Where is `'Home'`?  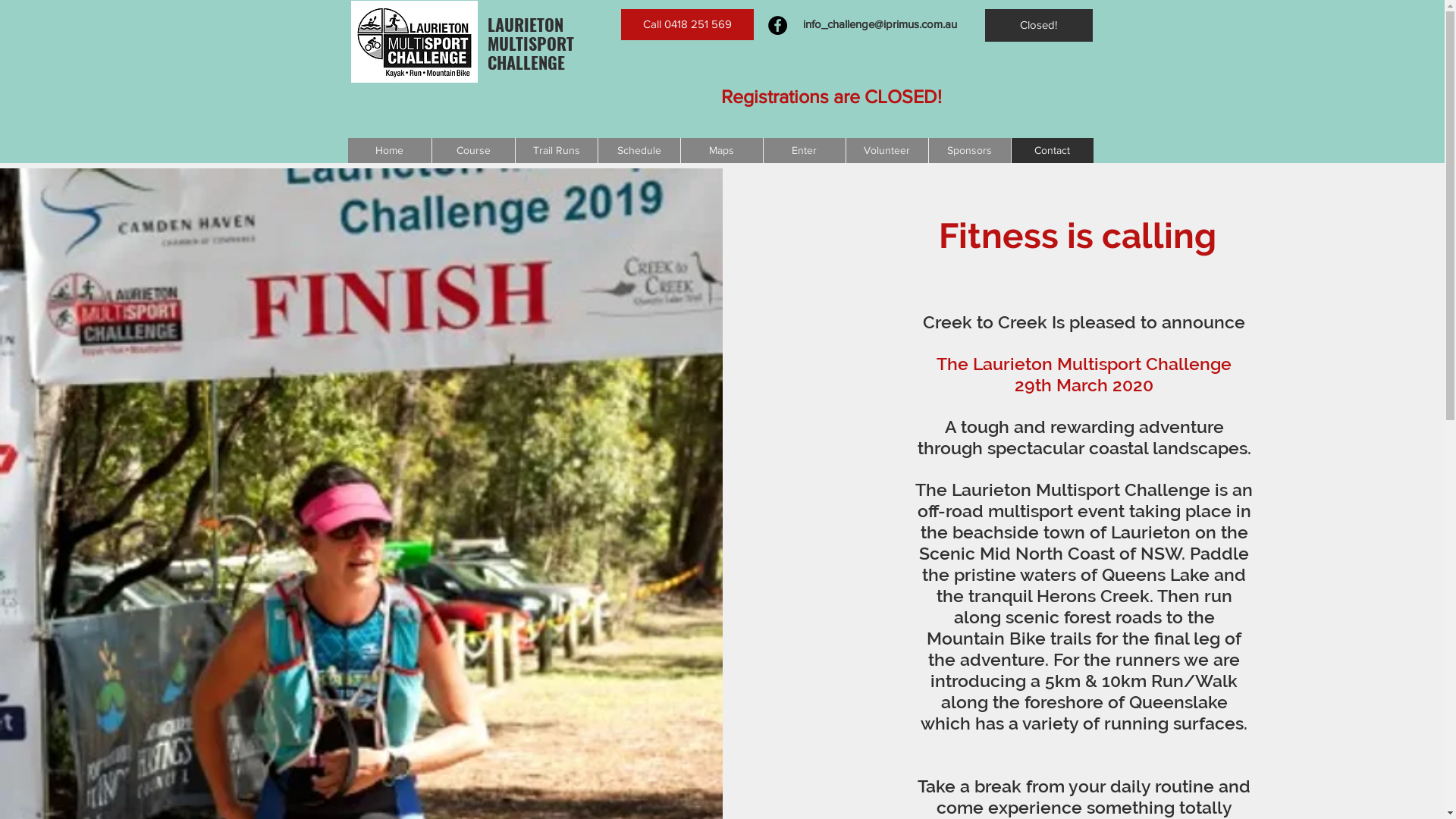
'Home' is located at coordinates (389, 150).